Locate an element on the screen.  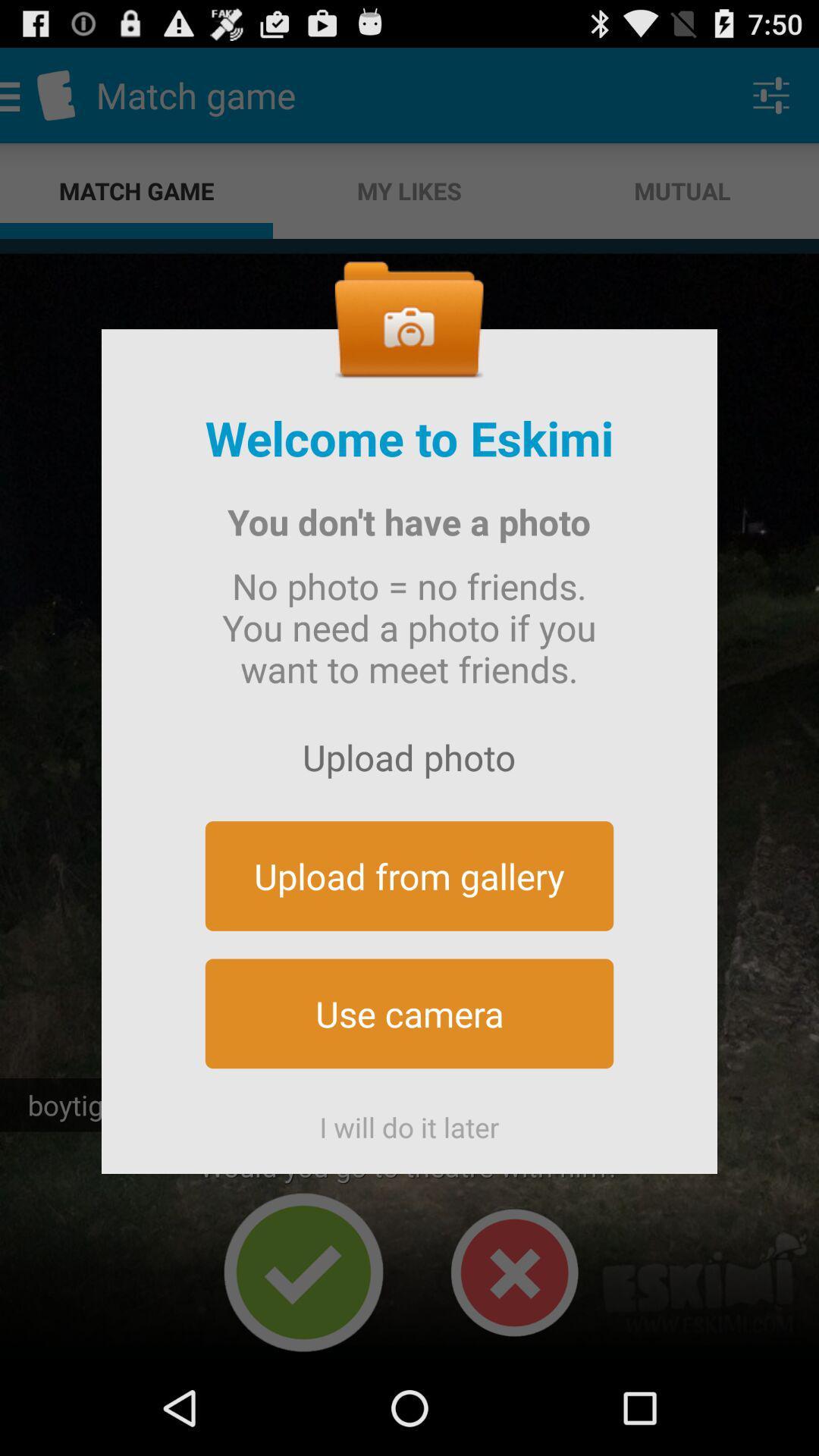
upload from gallery icon is located at coordinates (409, 876).